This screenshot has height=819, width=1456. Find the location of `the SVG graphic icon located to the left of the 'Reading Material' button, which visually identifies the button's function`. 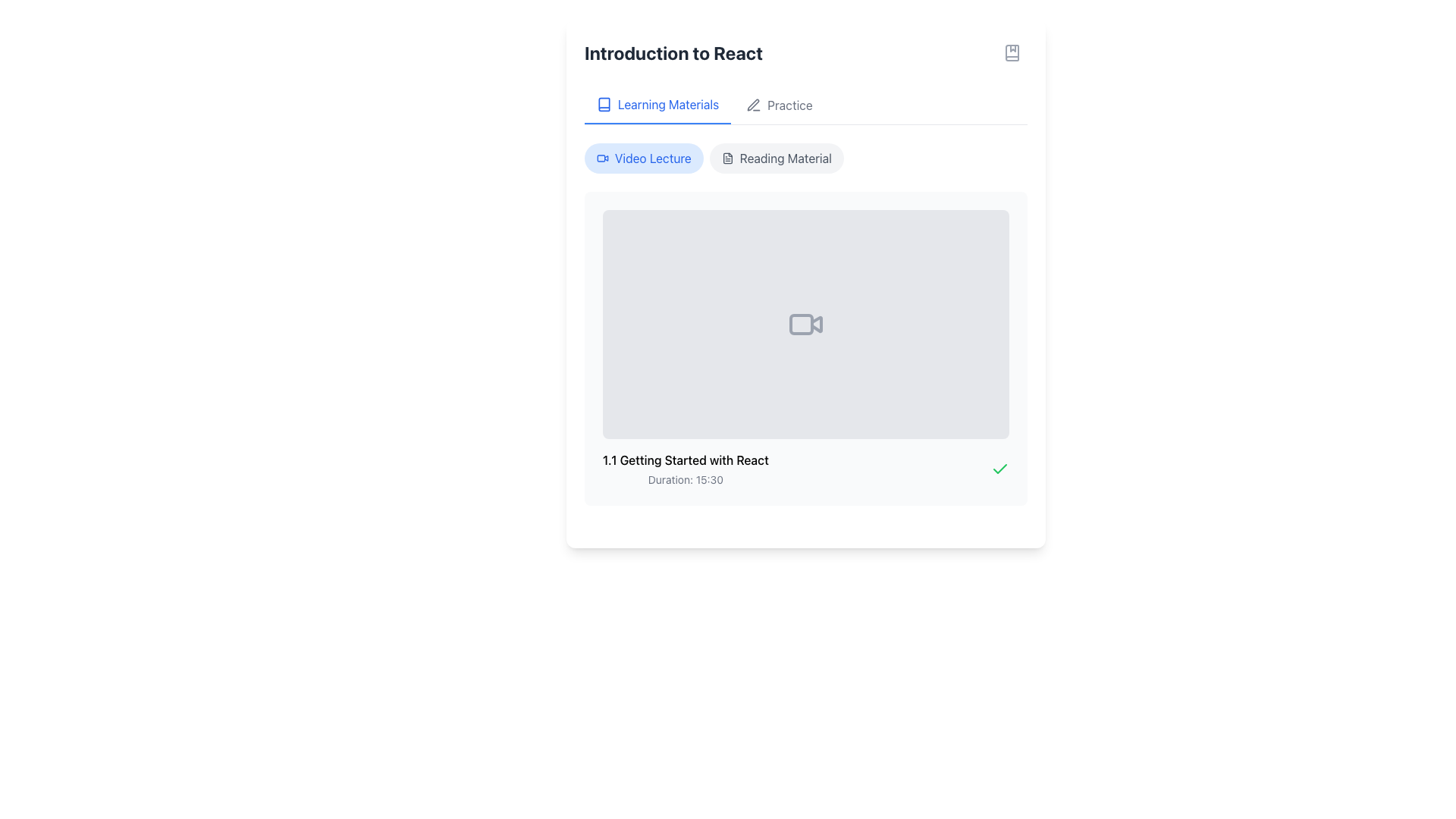

the SVG graphic icon located to the left of the 'Reading Material' button, which visually identifies the button's function is located at coordinates (726, 158).